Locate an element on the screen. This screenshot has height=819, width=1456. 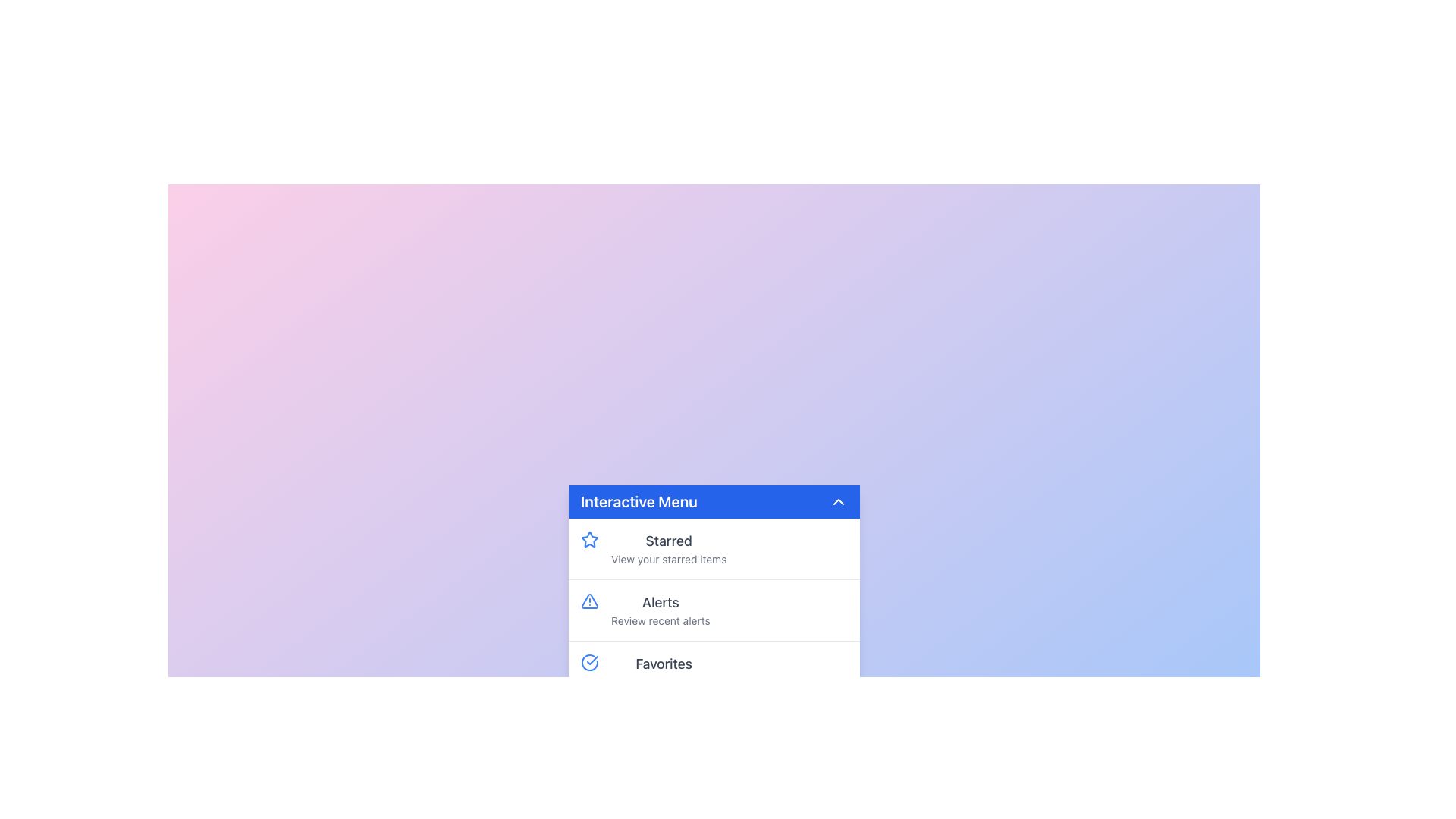
the bold text label 'Interactive Menu' located in the upper-left part of the blue bar at the top of the drop-down menu panel is located at coordinates (639, 502).